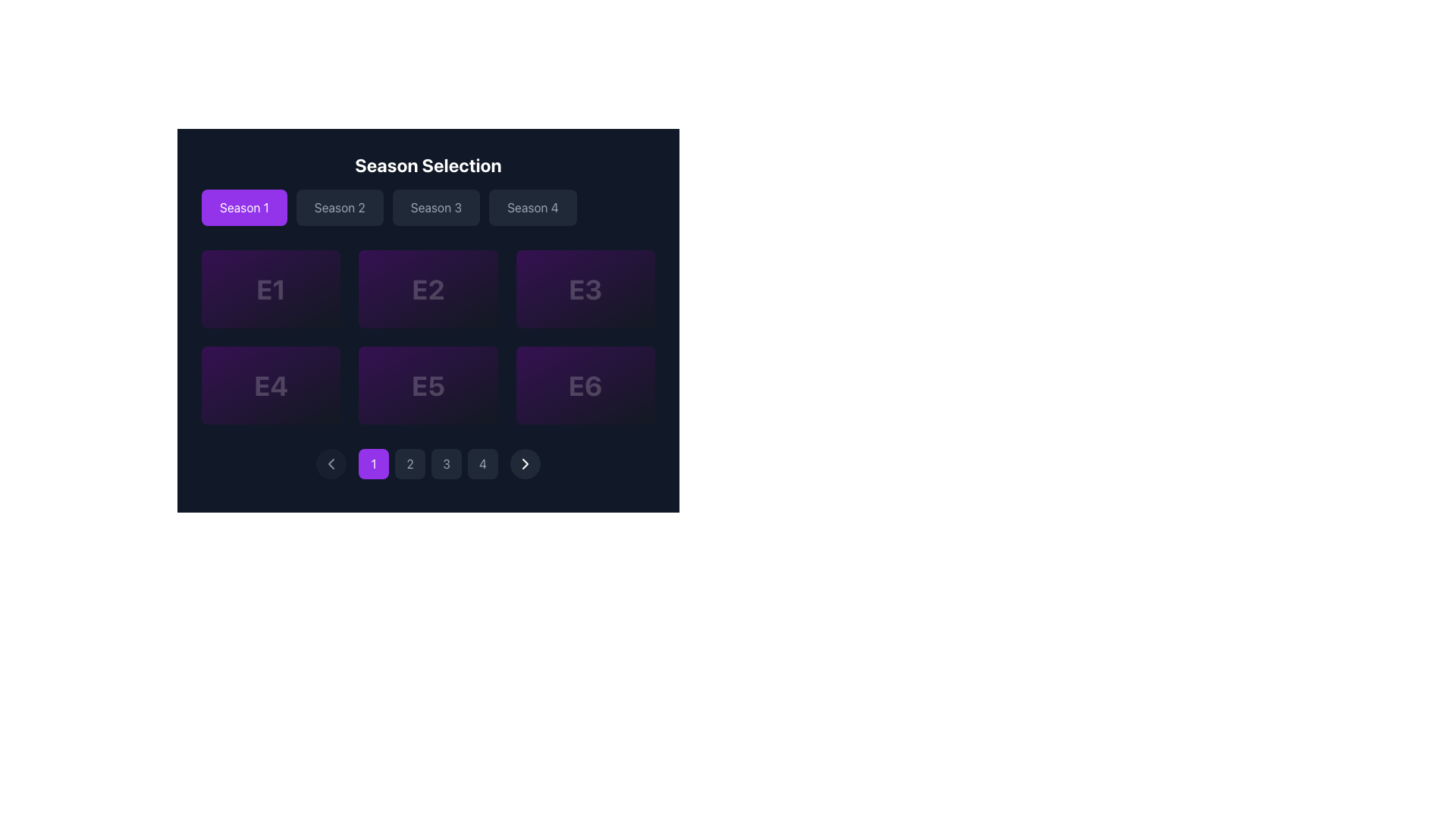 The width and height of the screenshot is (1456, 819). What do you see at coordinates (428, 289) in the screenshot?
I see `the button` at bounding box center [428, 289].